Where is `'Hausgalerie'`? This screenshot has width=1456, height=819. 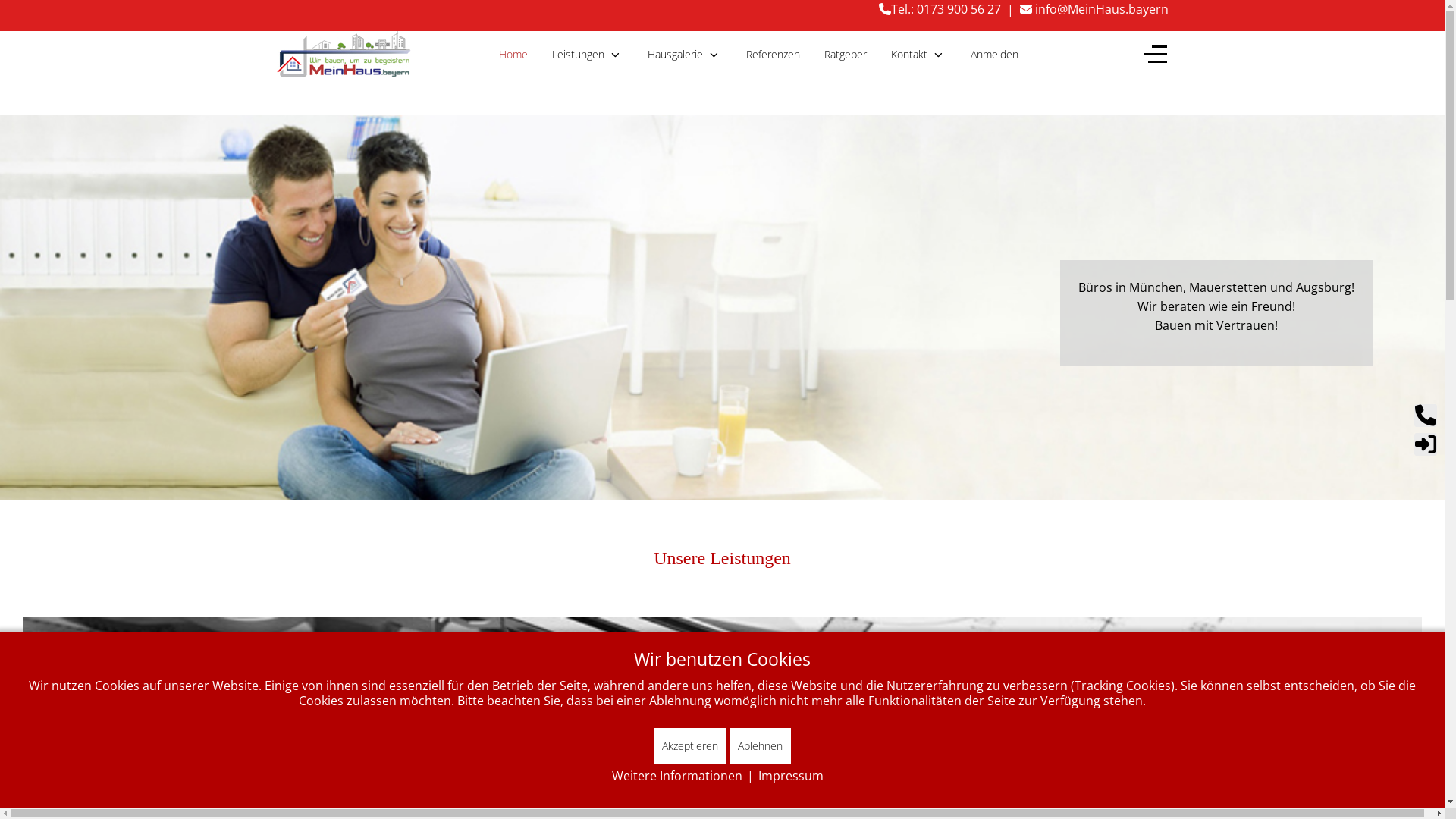 'Hausgalerie' is located at coordinates (683, 53).